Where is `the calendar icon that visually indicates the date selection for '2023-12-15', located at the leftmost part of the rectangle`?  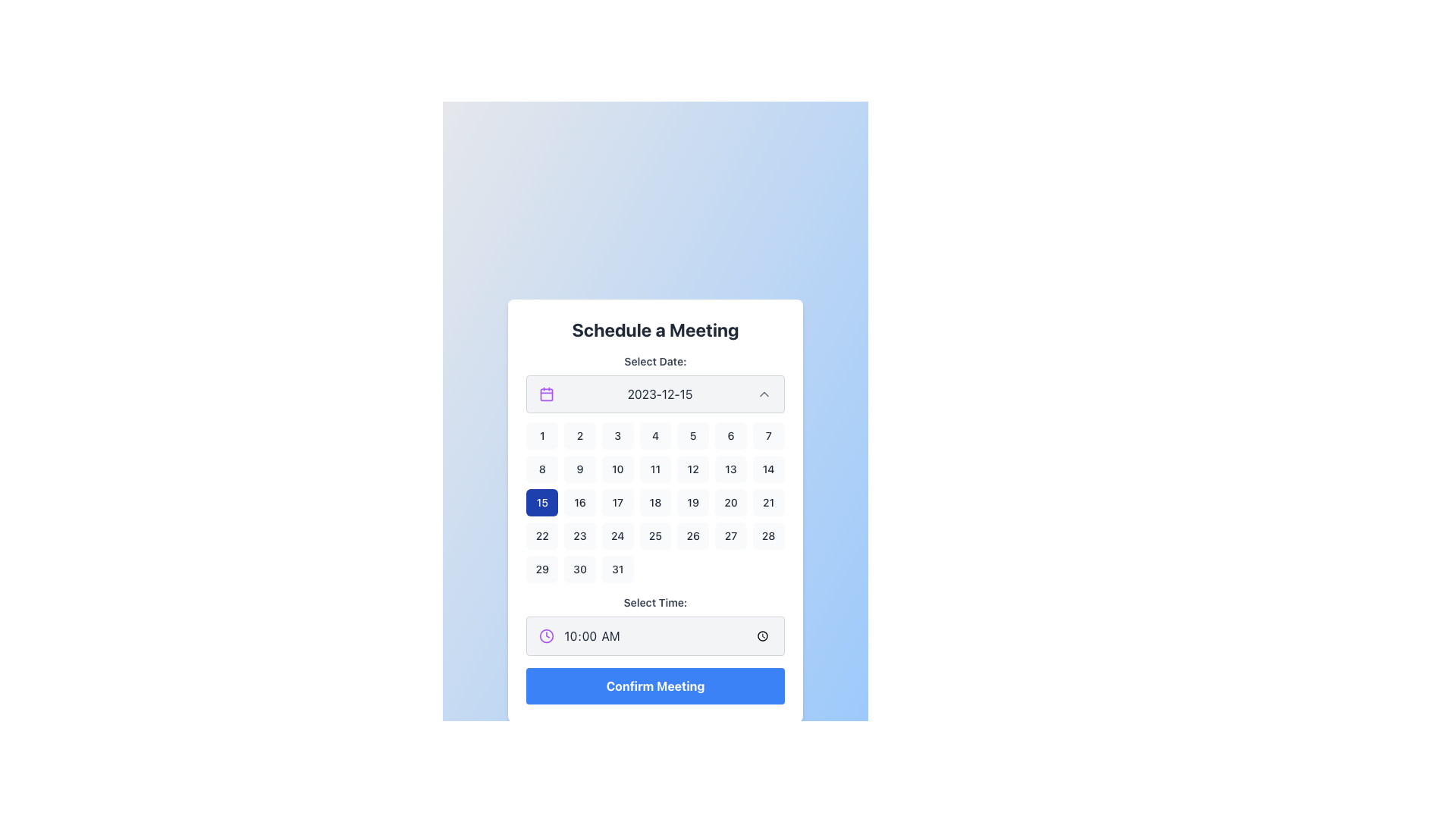
the calendar icon that visually indicates the date selection for '2023-12-15', located at the leftmost part of the rectangle is located at coordinates (546, 394).